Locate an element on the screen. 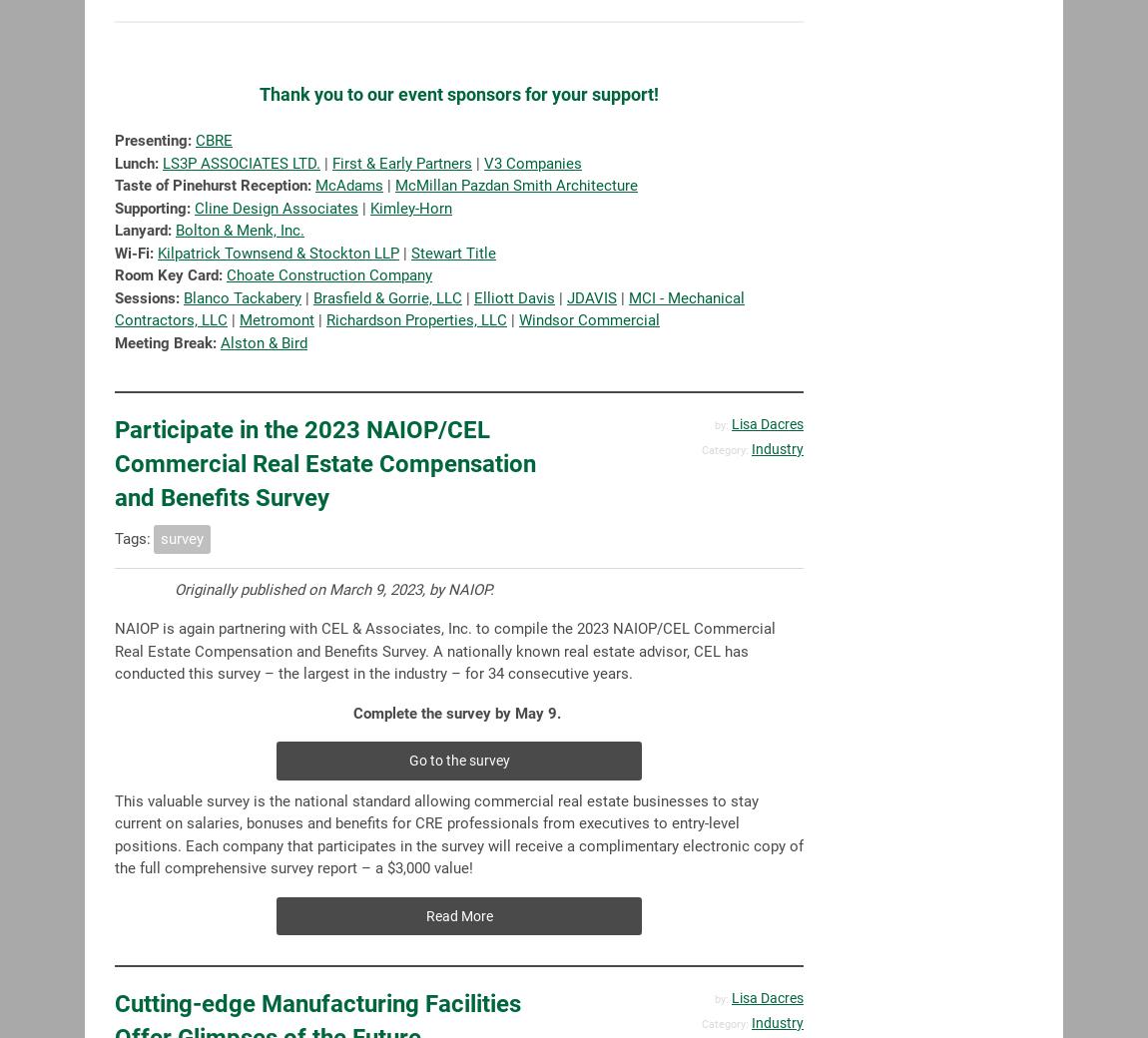 This screenshot has height=1038, width=1148. 'Participate in the 2023 NAIOP/CEL Commercial Real Estate Compensation and Benefits Survey' is located at coordinates (325, 463).